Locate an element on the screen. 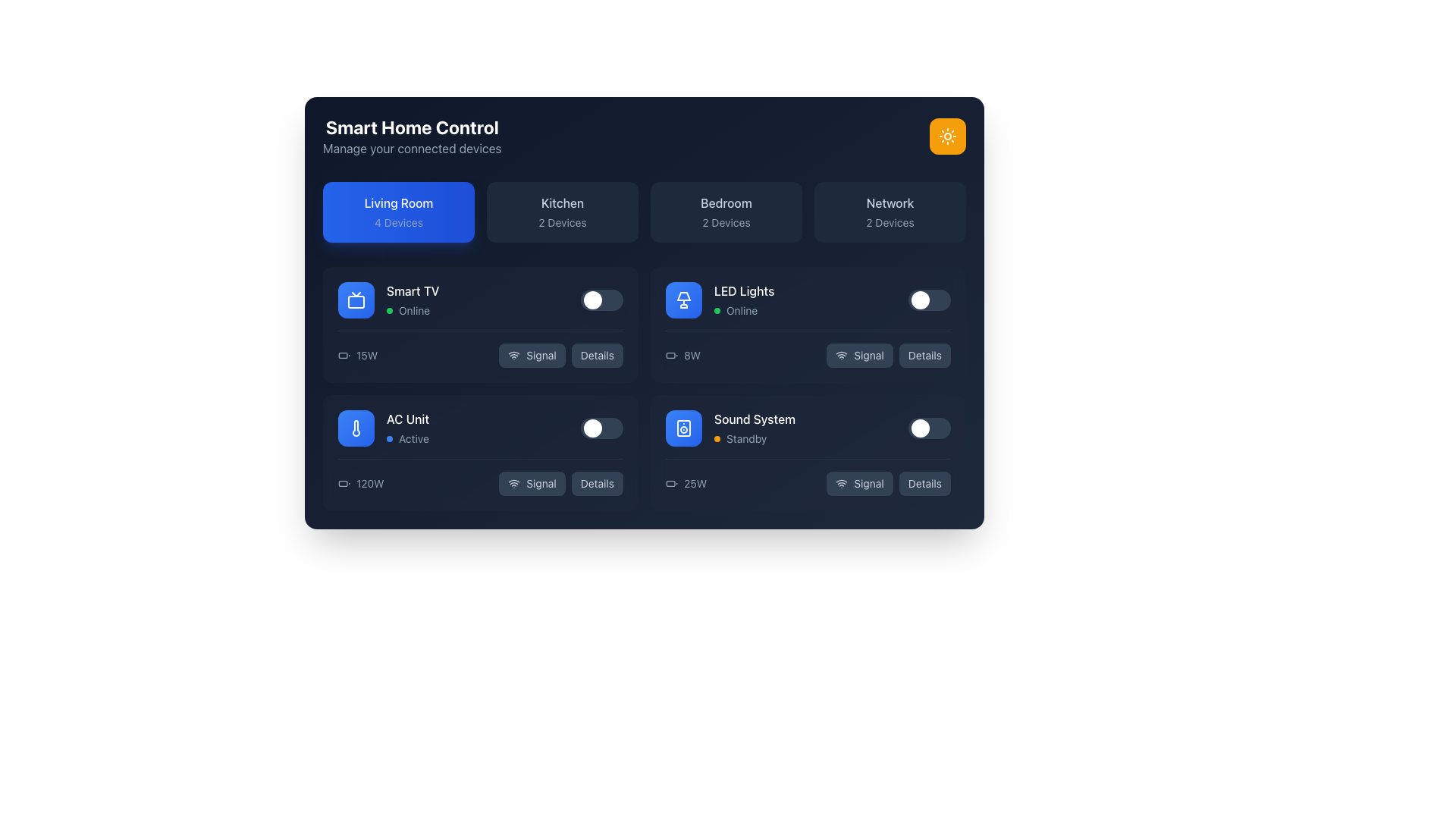 This screenshot has height=819, width=1456. the button in the second column, second row of the grid layout, which is adjacent to the button labeled 'Signal' for interactive effects is located at coordinates (924, 356).